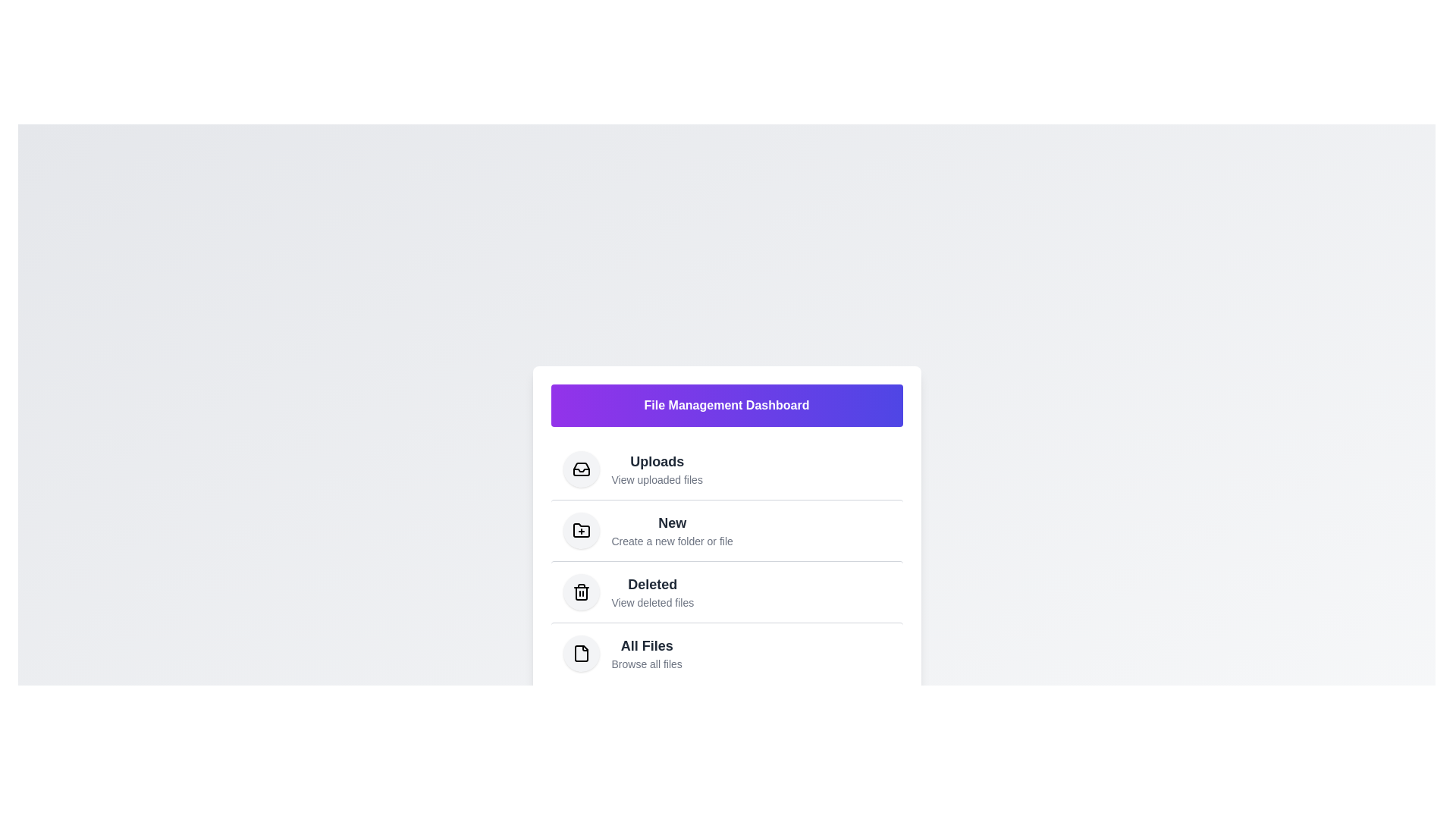 This screenshot has height=819, width=1456. I want to click on the menu item 'All Files' to trigger its visual feedback, so click(726, 651).